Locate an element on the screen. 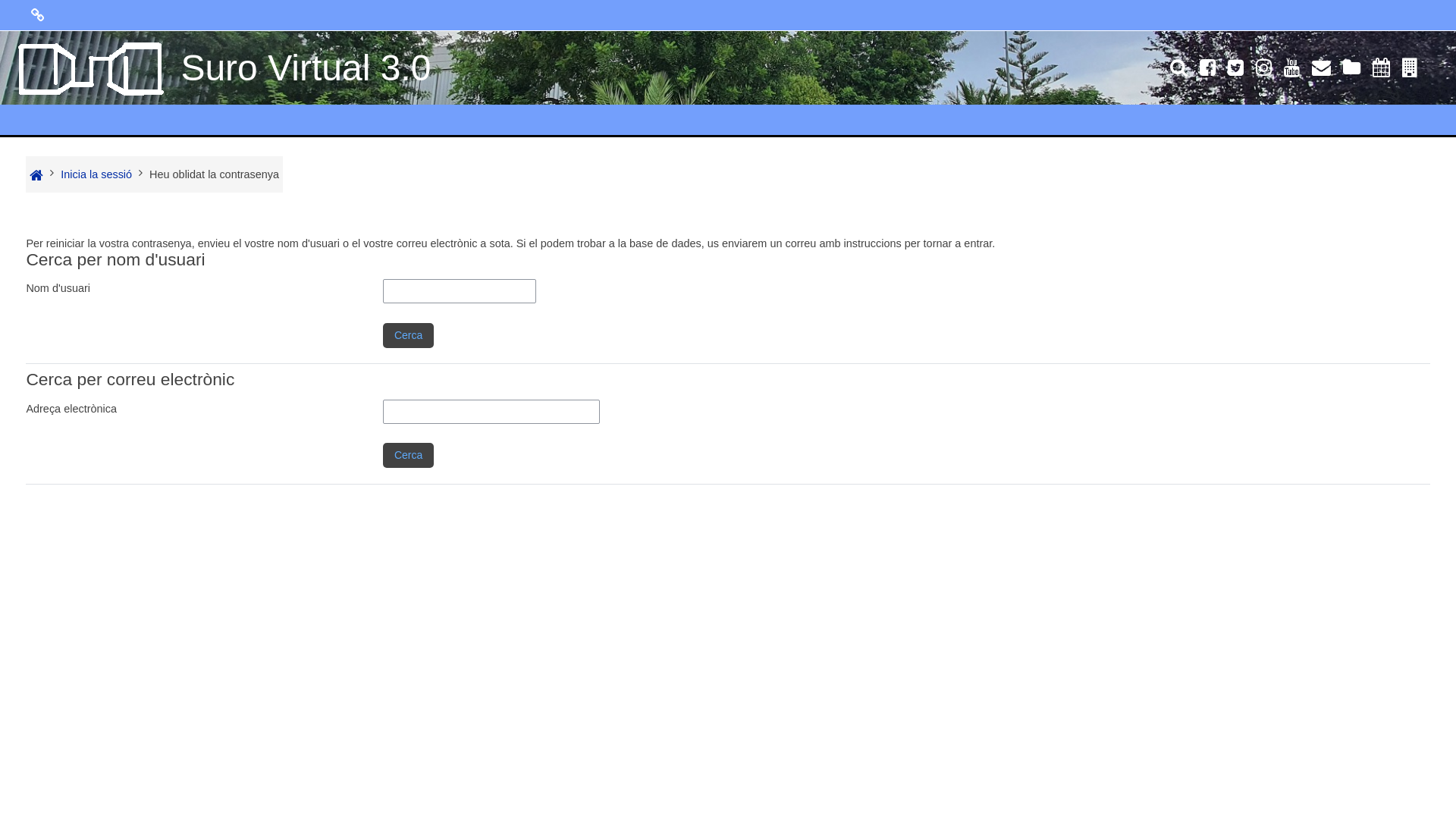 Image resolution: width=1456 pixels, height=819 pixels. 'Cerca' is located at coordinates (408, 454).